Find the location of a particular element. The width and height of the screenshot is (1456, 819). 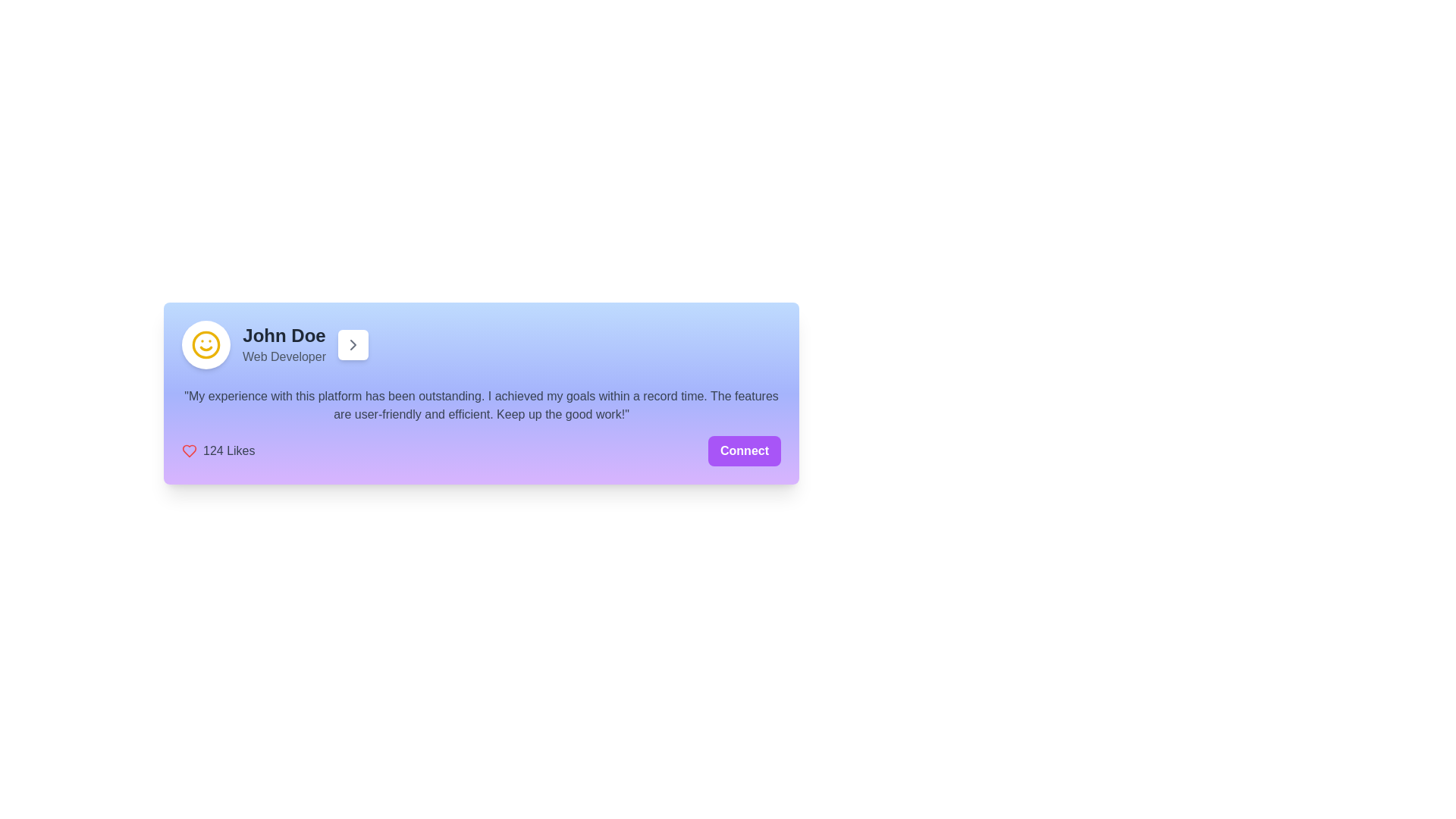

the text label displaying 'Web Developer', which is located below 'John Doe' in a card-like component is located at coordinates (284, 356).